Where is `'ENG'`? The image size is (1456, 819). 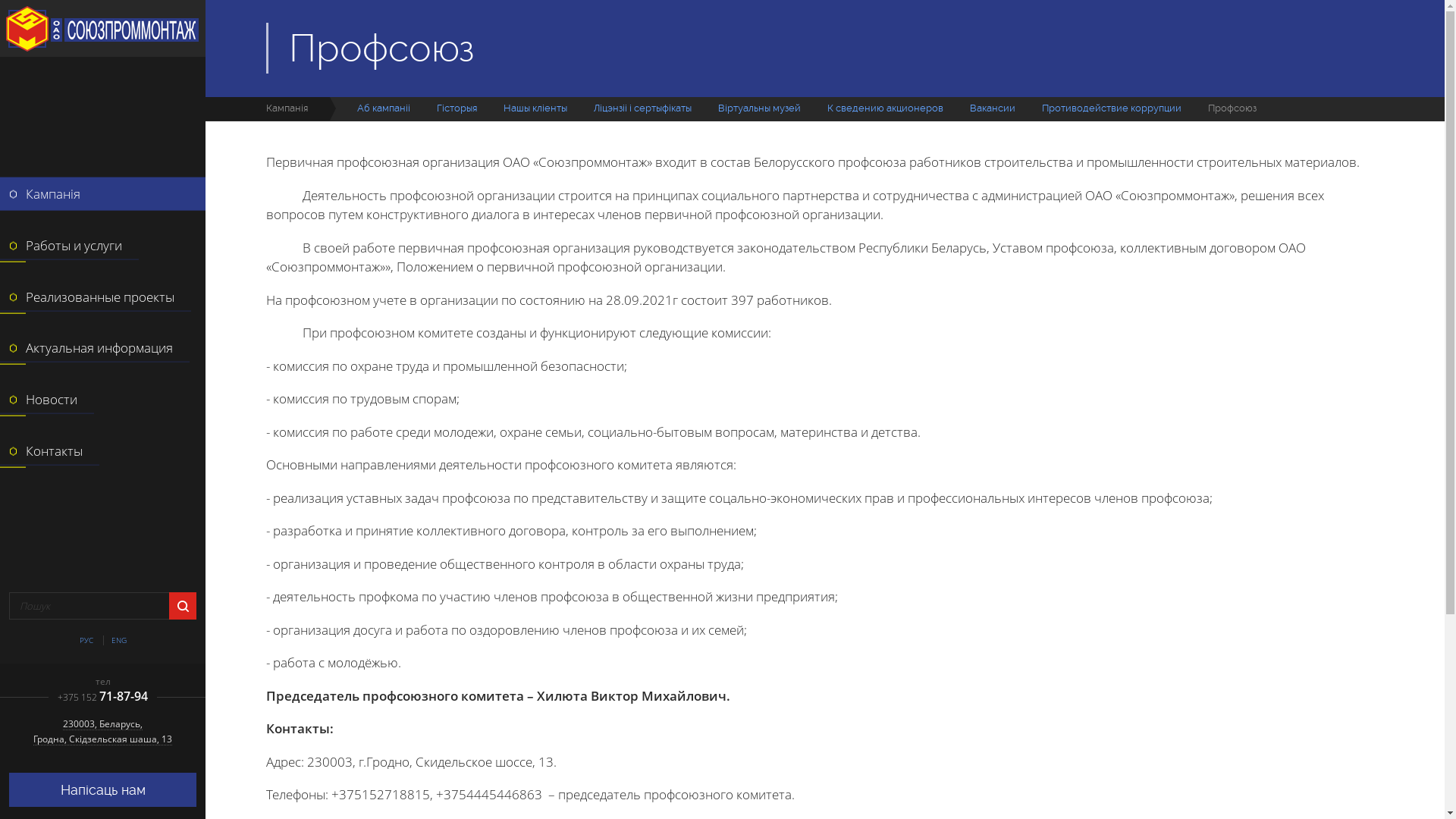
'ENG' is located at coordinates (117, 640).